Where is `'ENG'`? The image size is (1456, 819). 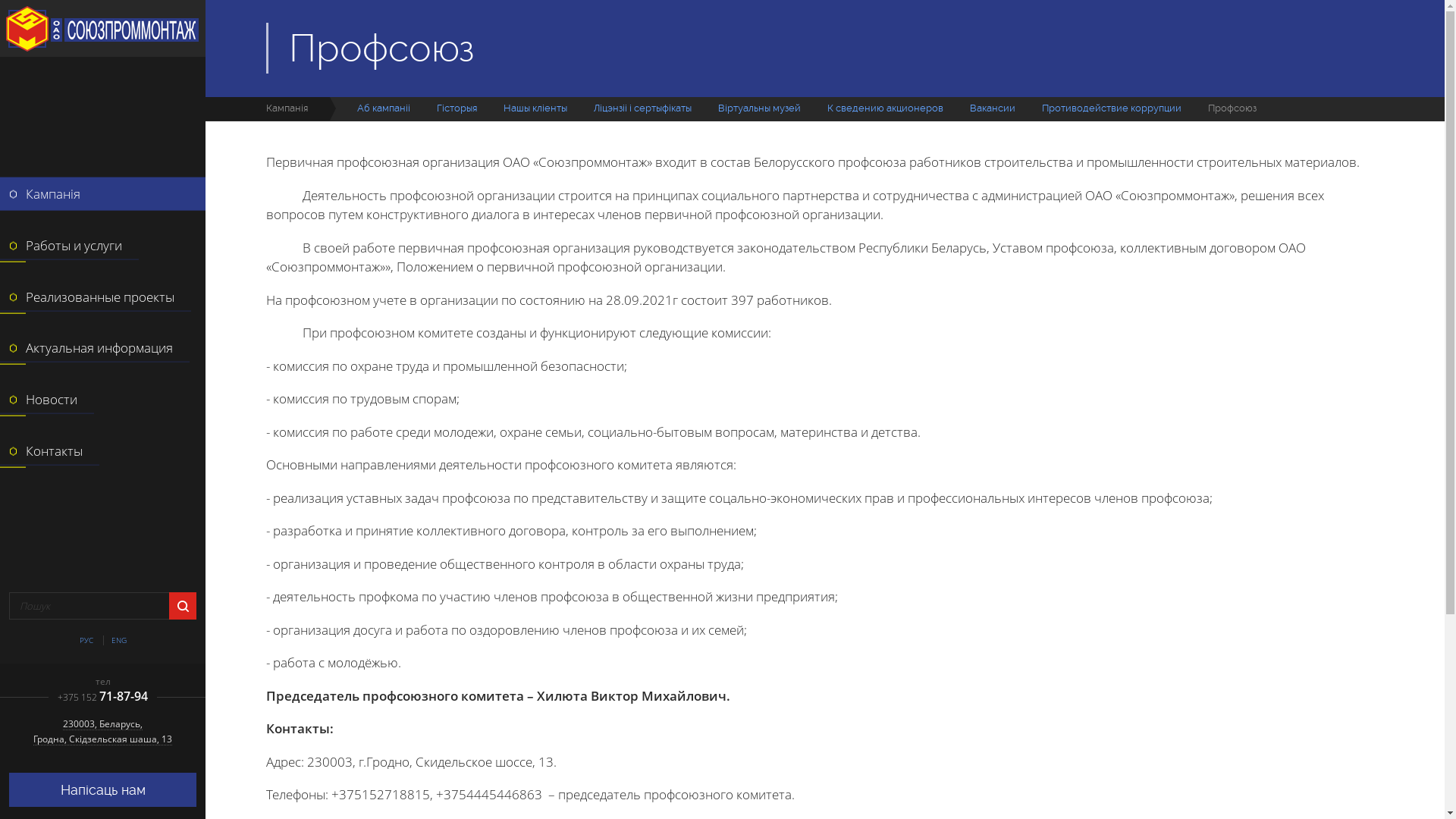
'ENG' is located at coordinates (117, 640).